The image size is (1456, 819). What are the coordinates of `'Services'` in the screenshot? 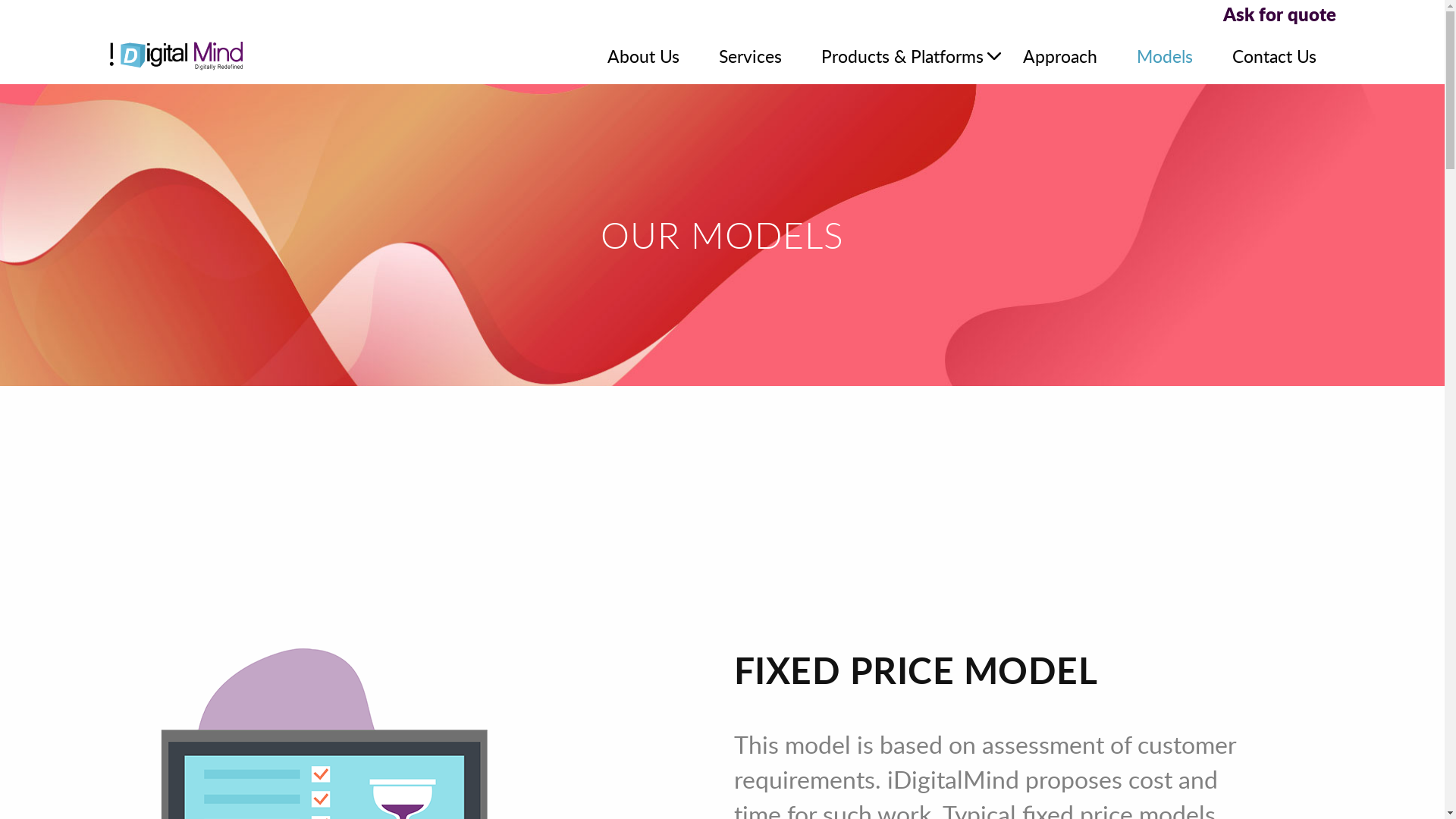 It's located at (698, 55).